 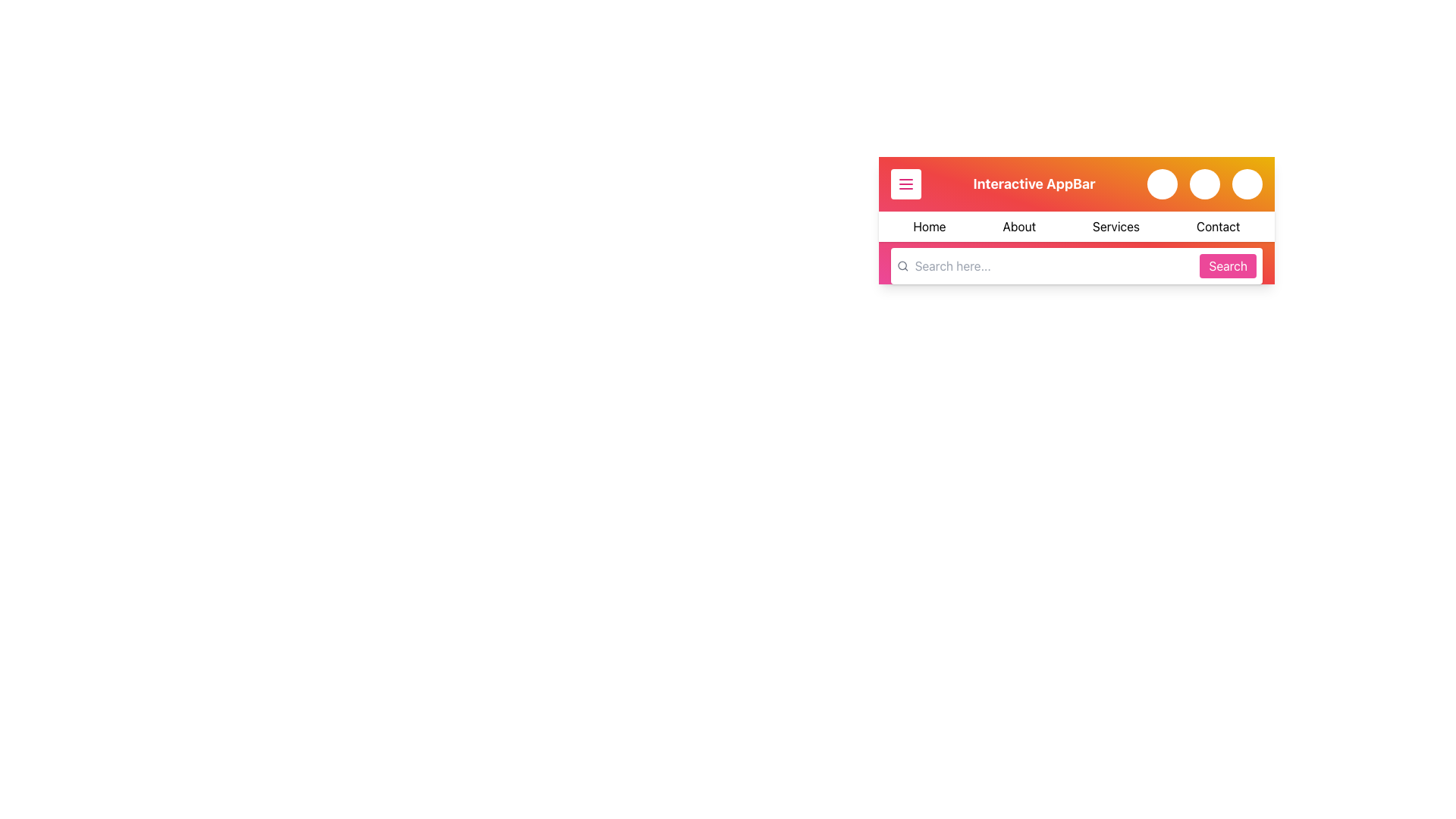 What do you see at coordinates (1033, 184) in the screenshot?
I see `the bold, large-sized text 'Interactive AppBar' located centrally in the vibrant gradient-colored navigation bar` at bounding box center [1033, 184].